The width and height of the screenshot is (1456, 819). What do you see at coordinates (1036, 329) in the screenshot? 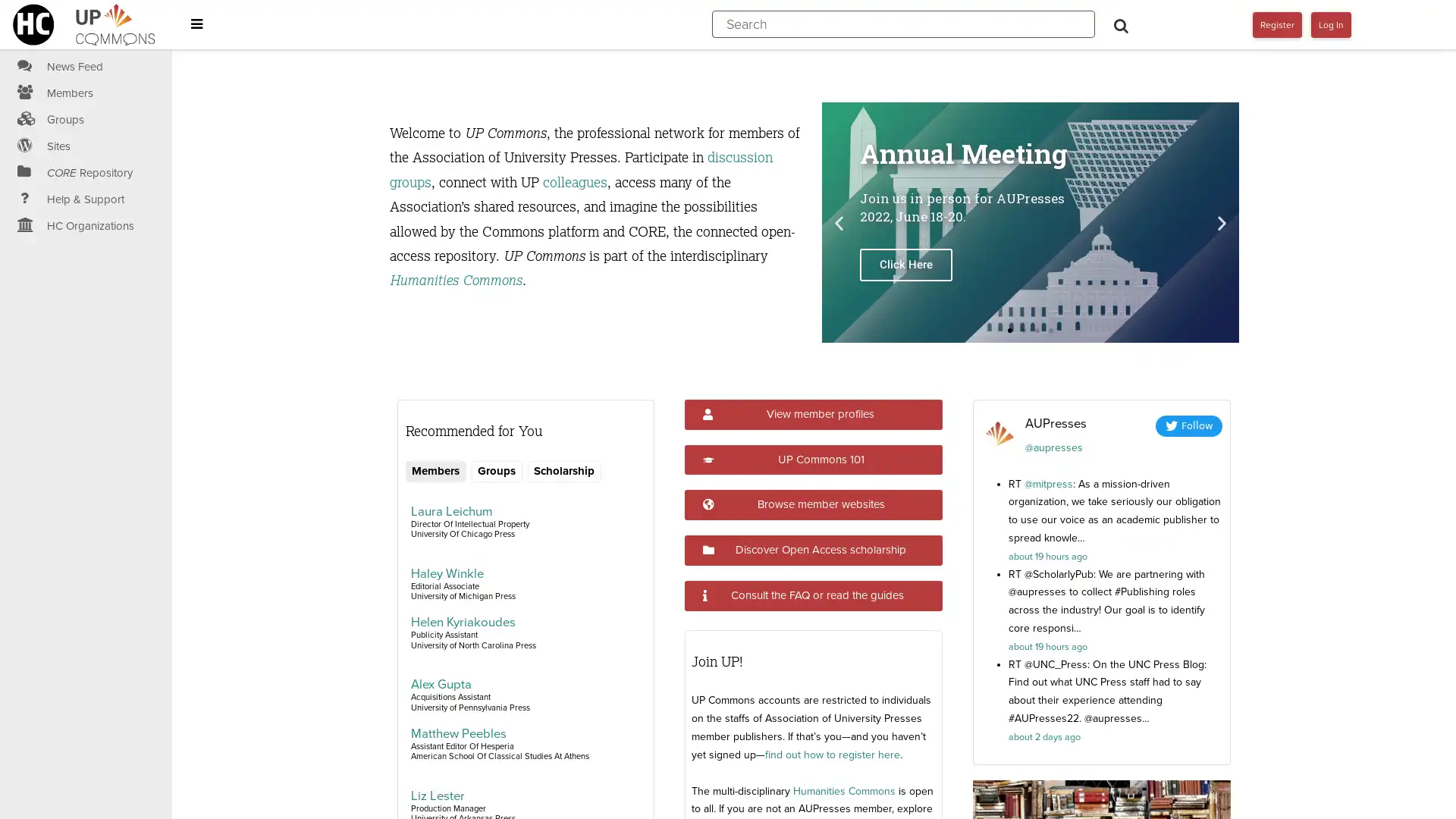
I see `Go to slide 3` at bounding box center [1036, 329].